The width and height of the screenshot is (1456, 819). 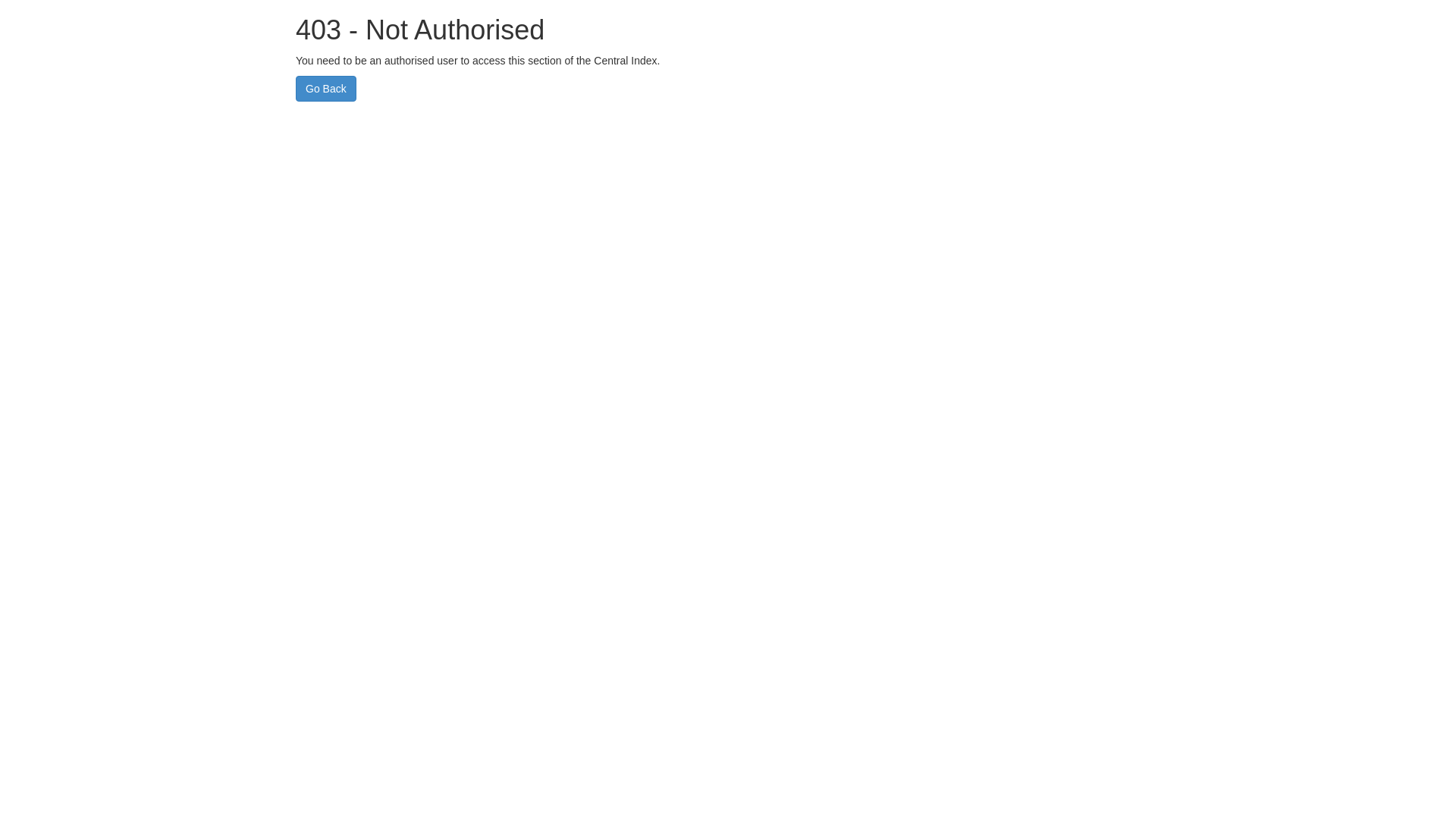 I want to click on 'Go Back', so click(x=295, y=88).